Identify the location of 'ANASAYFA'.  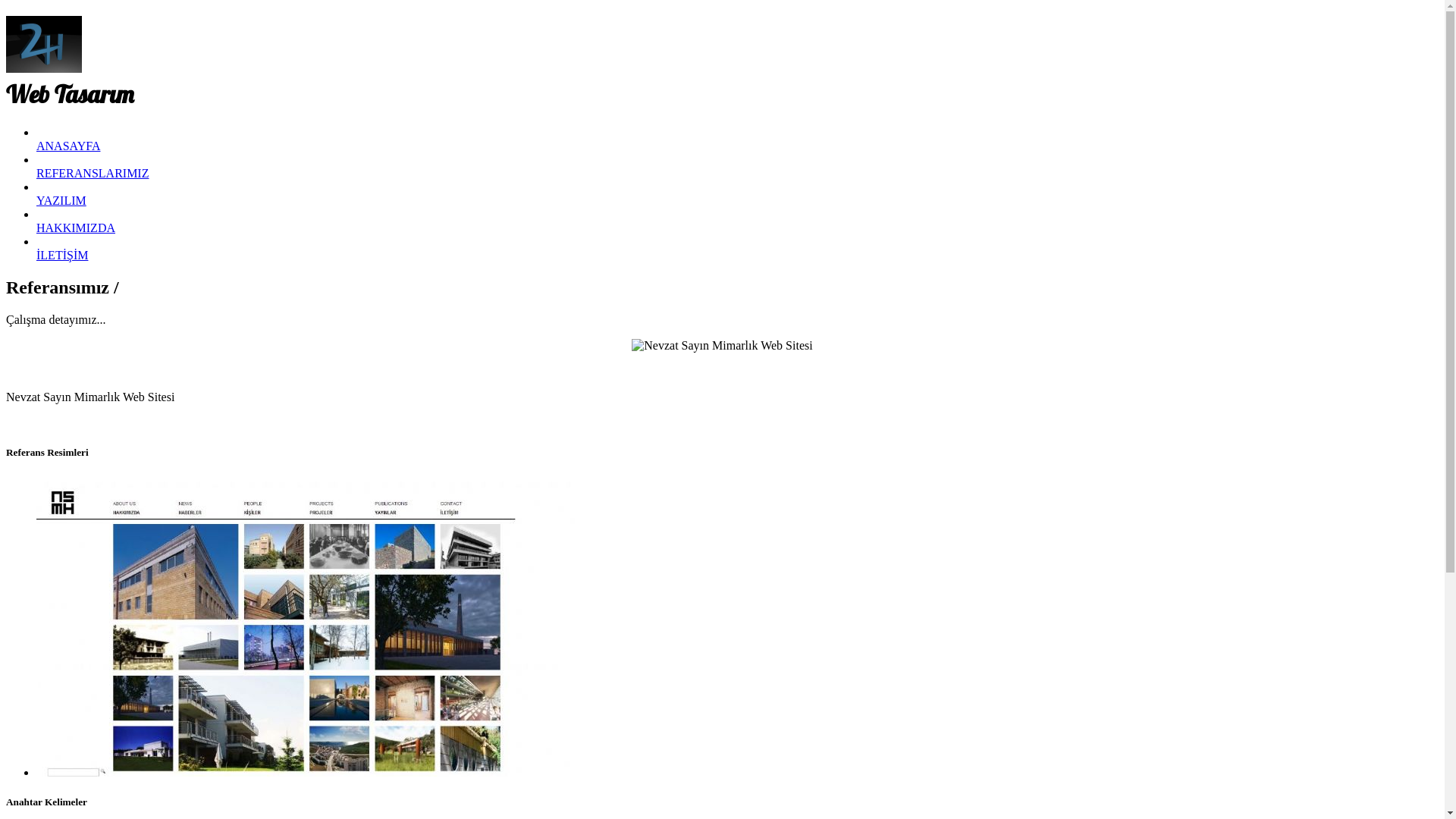
(67, 152).